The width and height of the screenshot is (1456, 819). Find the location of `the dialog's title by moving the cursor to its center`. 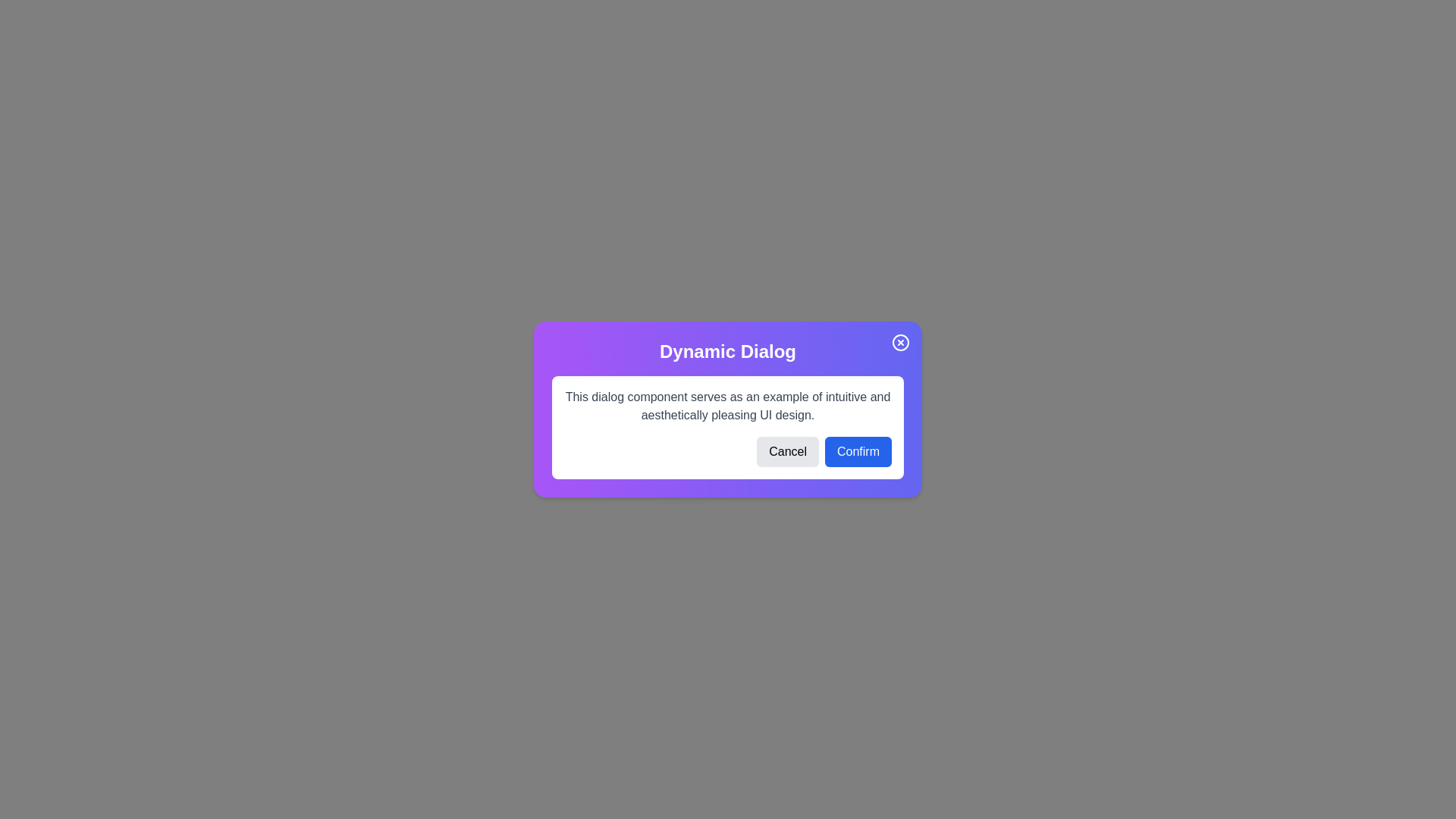

the dialog's title by moving the cursor to its center is located at coordinates (728, 351).